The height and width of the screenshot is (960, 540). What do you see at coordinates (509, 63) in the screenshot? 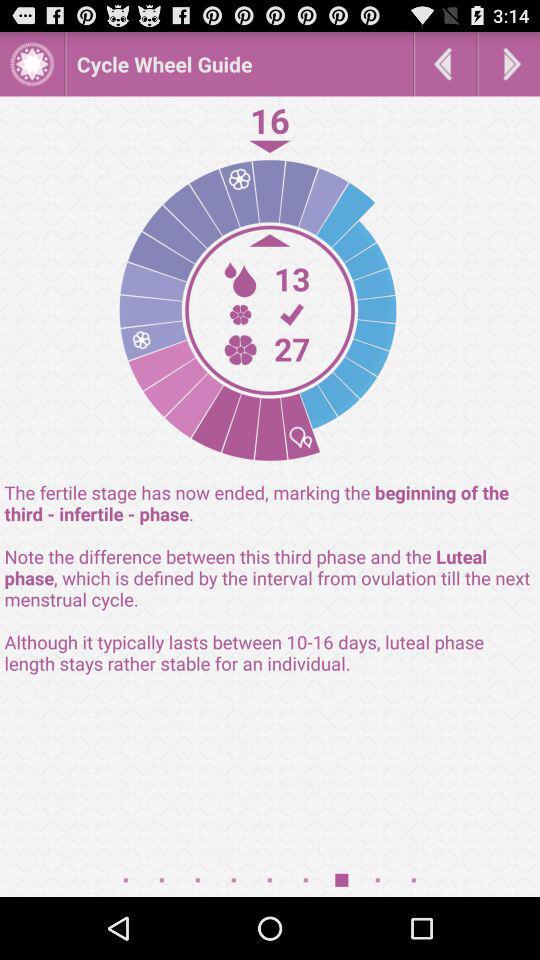
I see `go next` at bounding box center [509, 63].